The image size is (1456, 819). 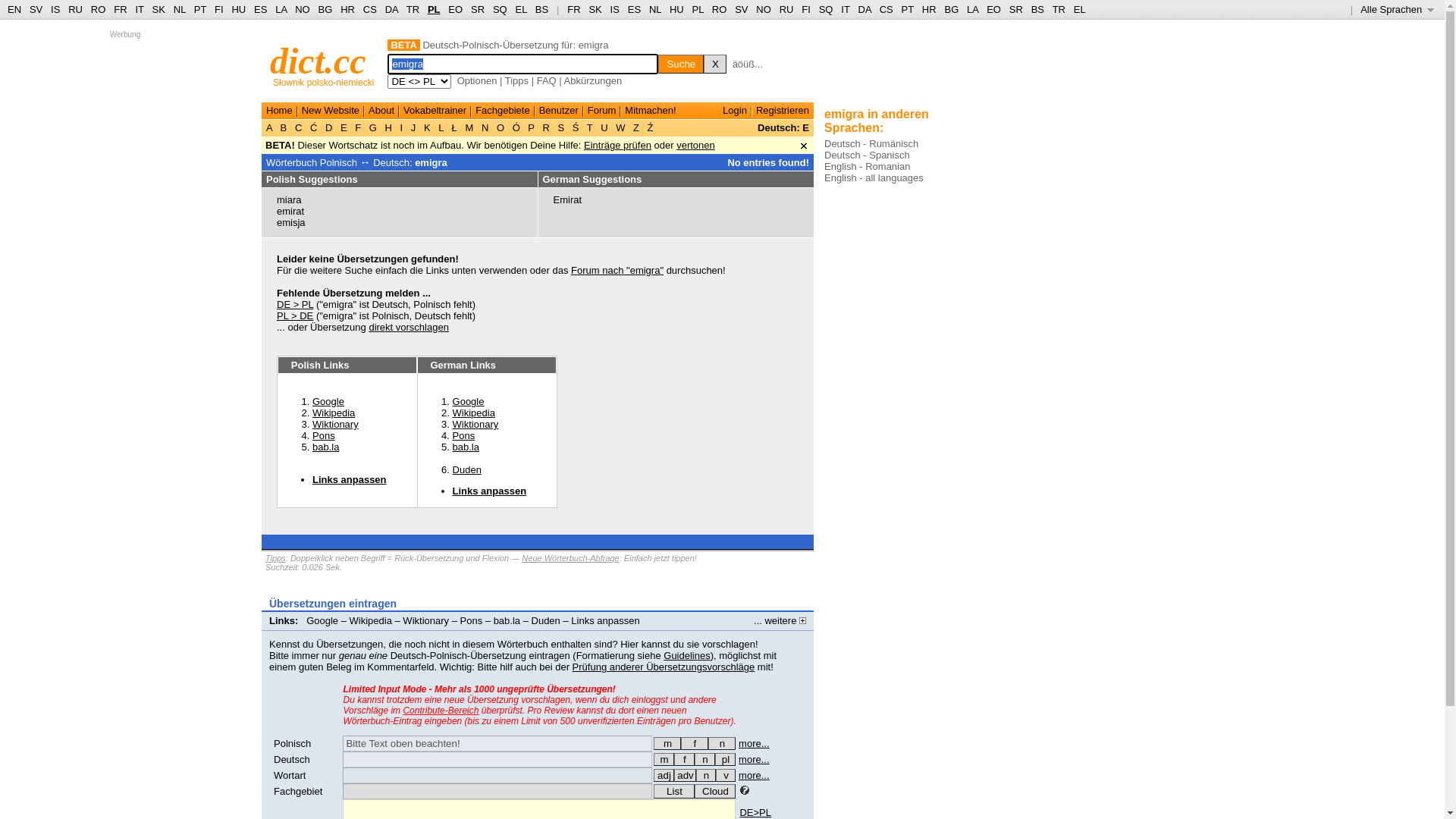 I want to click on 'B', so click(x=284, y=127).